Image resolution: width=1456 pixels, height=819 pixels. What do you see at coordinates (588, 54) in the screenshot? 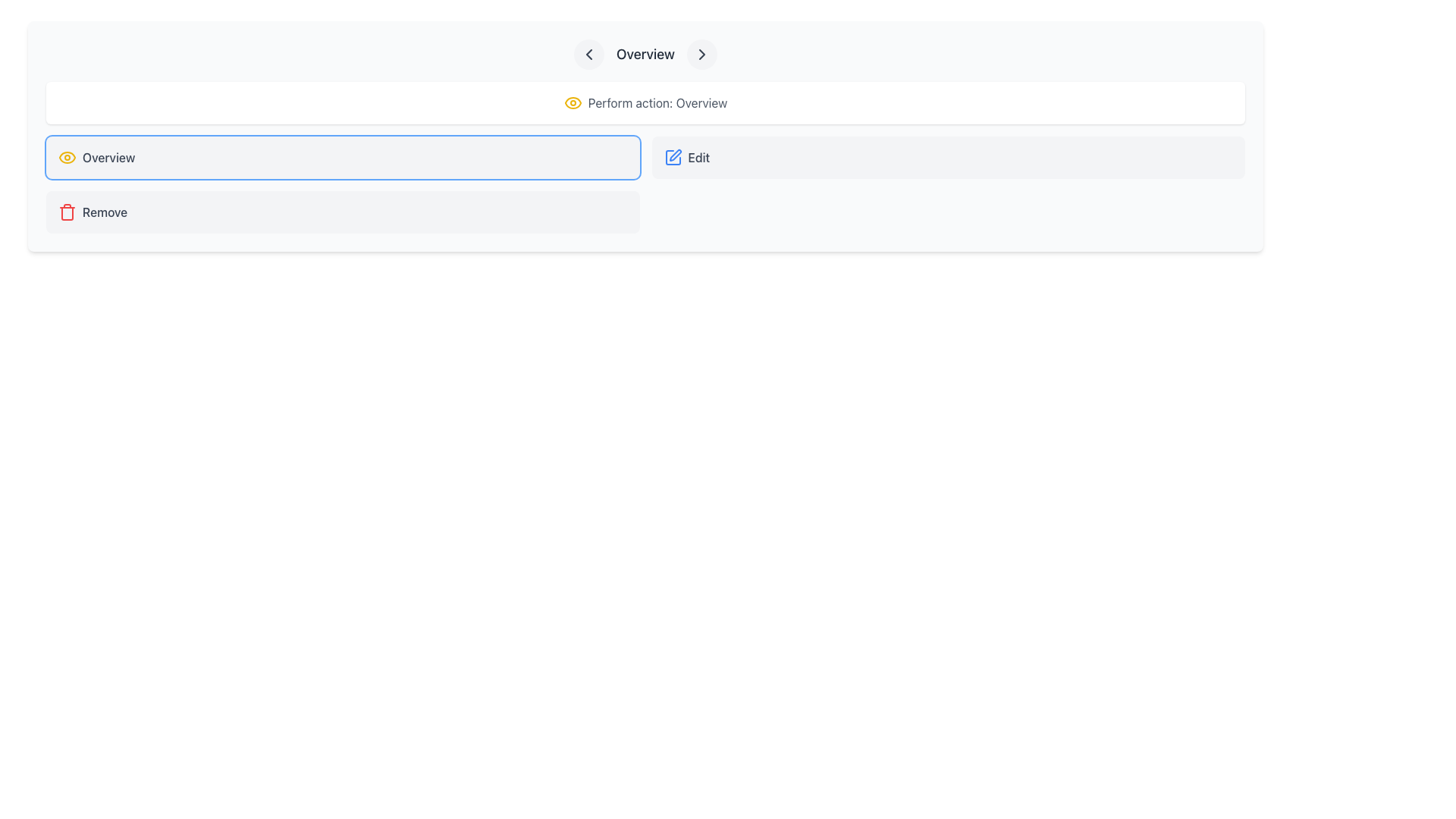
I see `the navigational icon located` at bounding box center [588, 54].